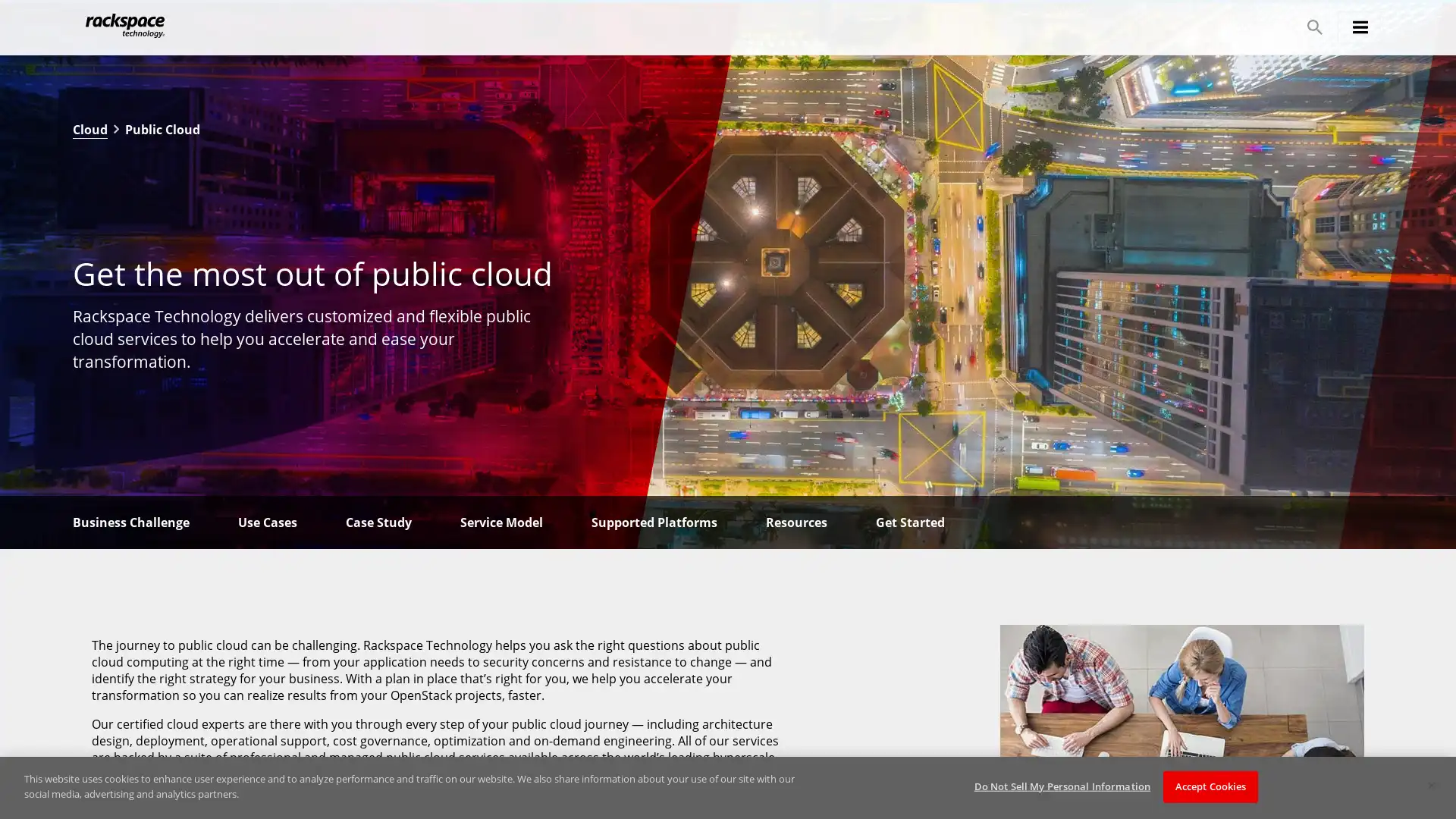 This screenshot has width=1456, height=819. I want to click on Do Not Sell My Personal Information, so click(1061, 786).